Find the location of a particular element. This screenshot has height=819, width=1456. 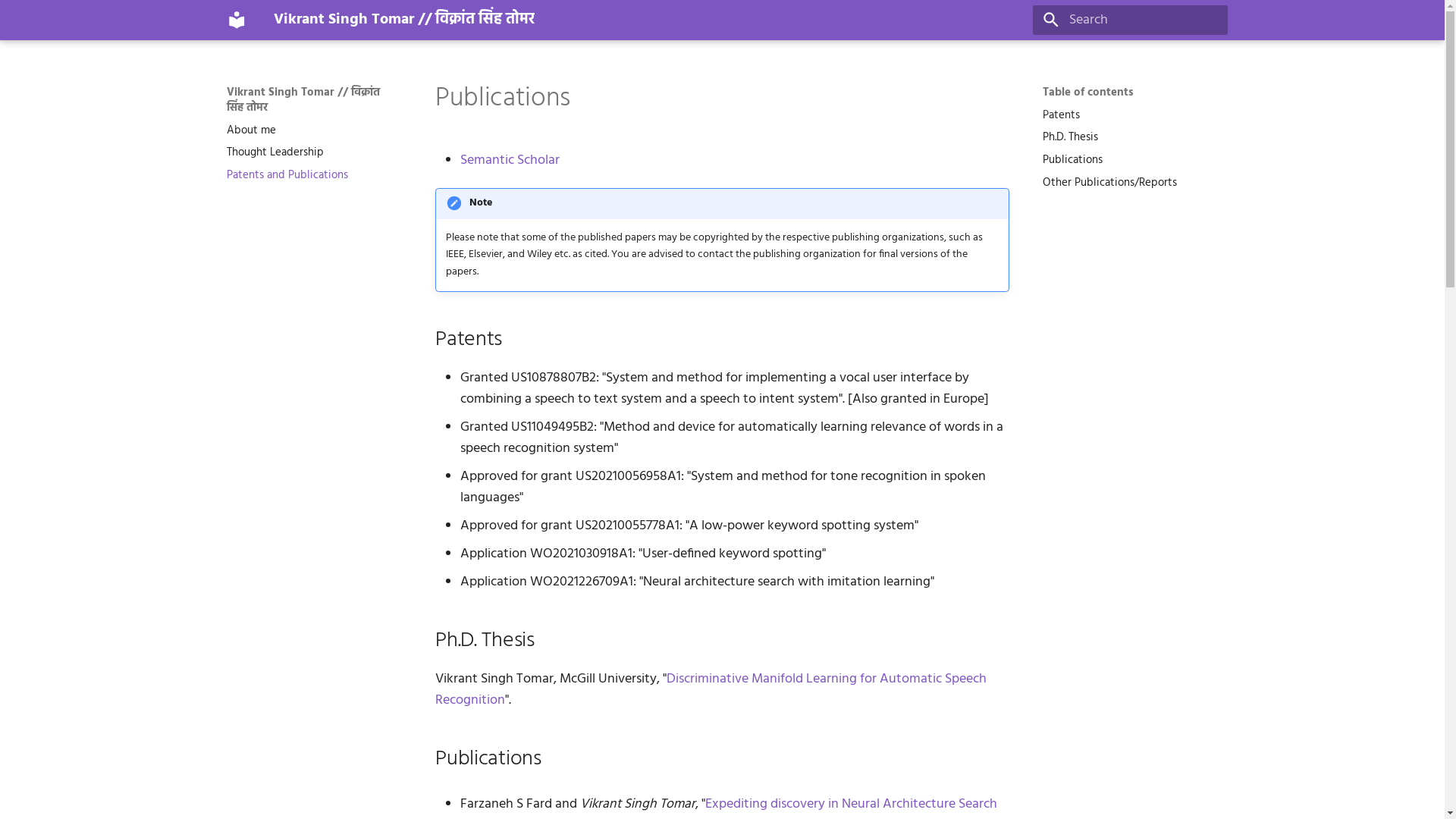

'About me' is located at coordinates (312, 130).